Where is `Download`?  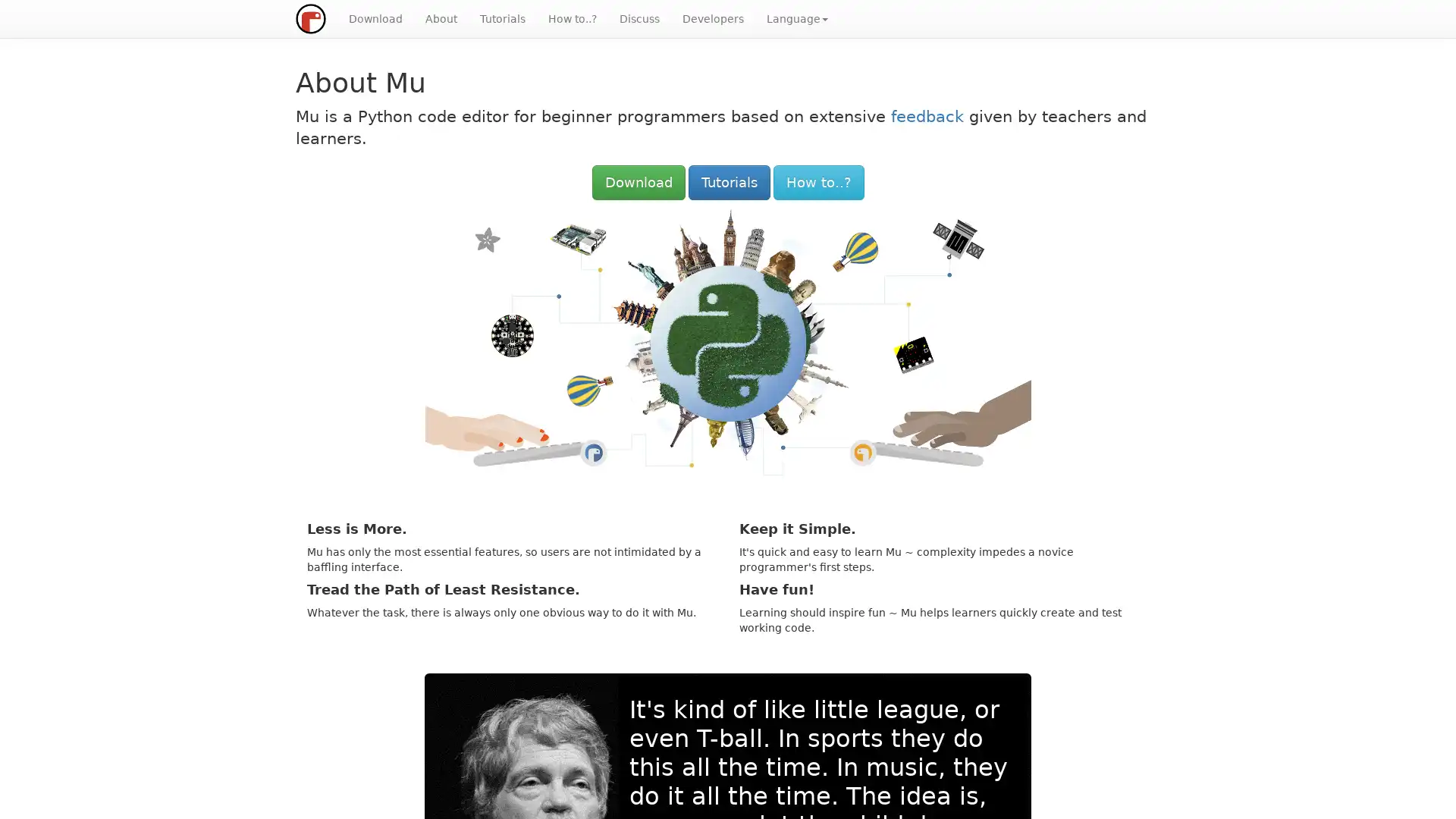 Download is located at coordinates (638, 181).